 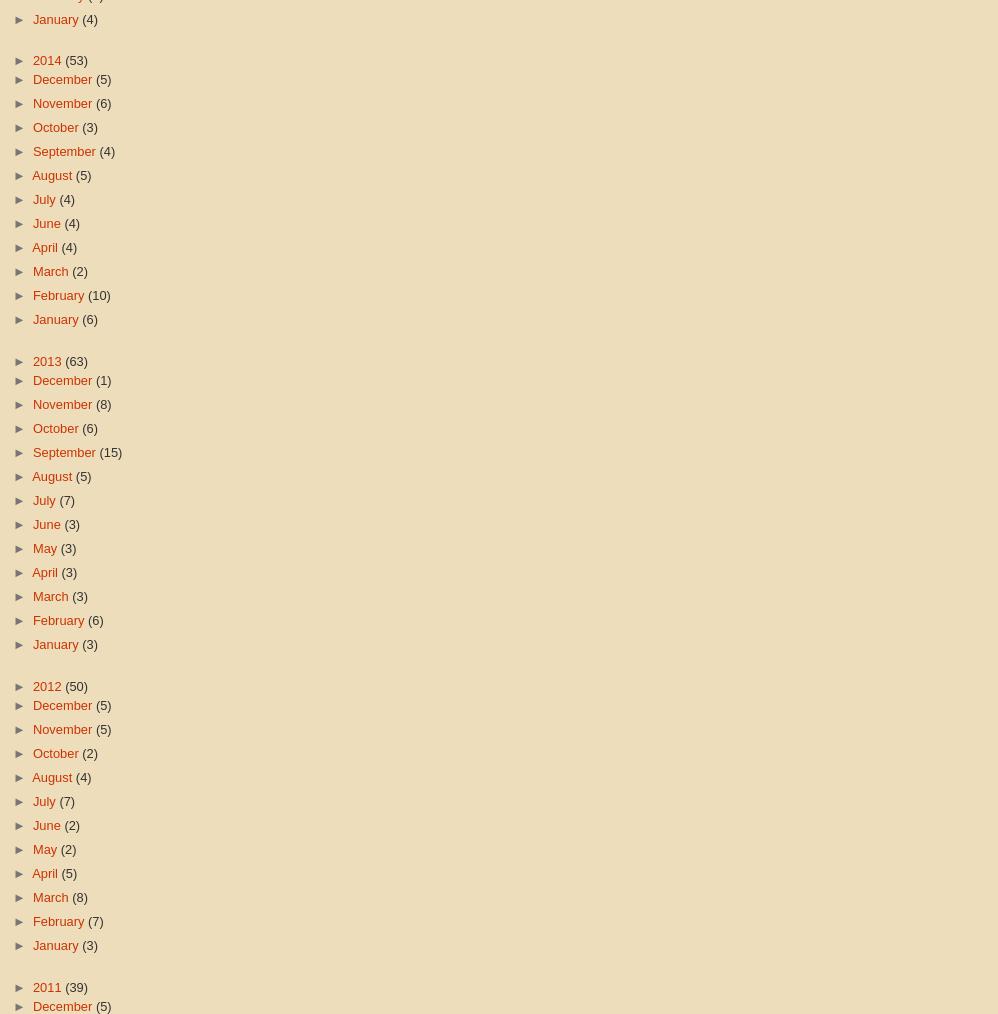 I want to click on '(53)', so click(x=63, y=58).